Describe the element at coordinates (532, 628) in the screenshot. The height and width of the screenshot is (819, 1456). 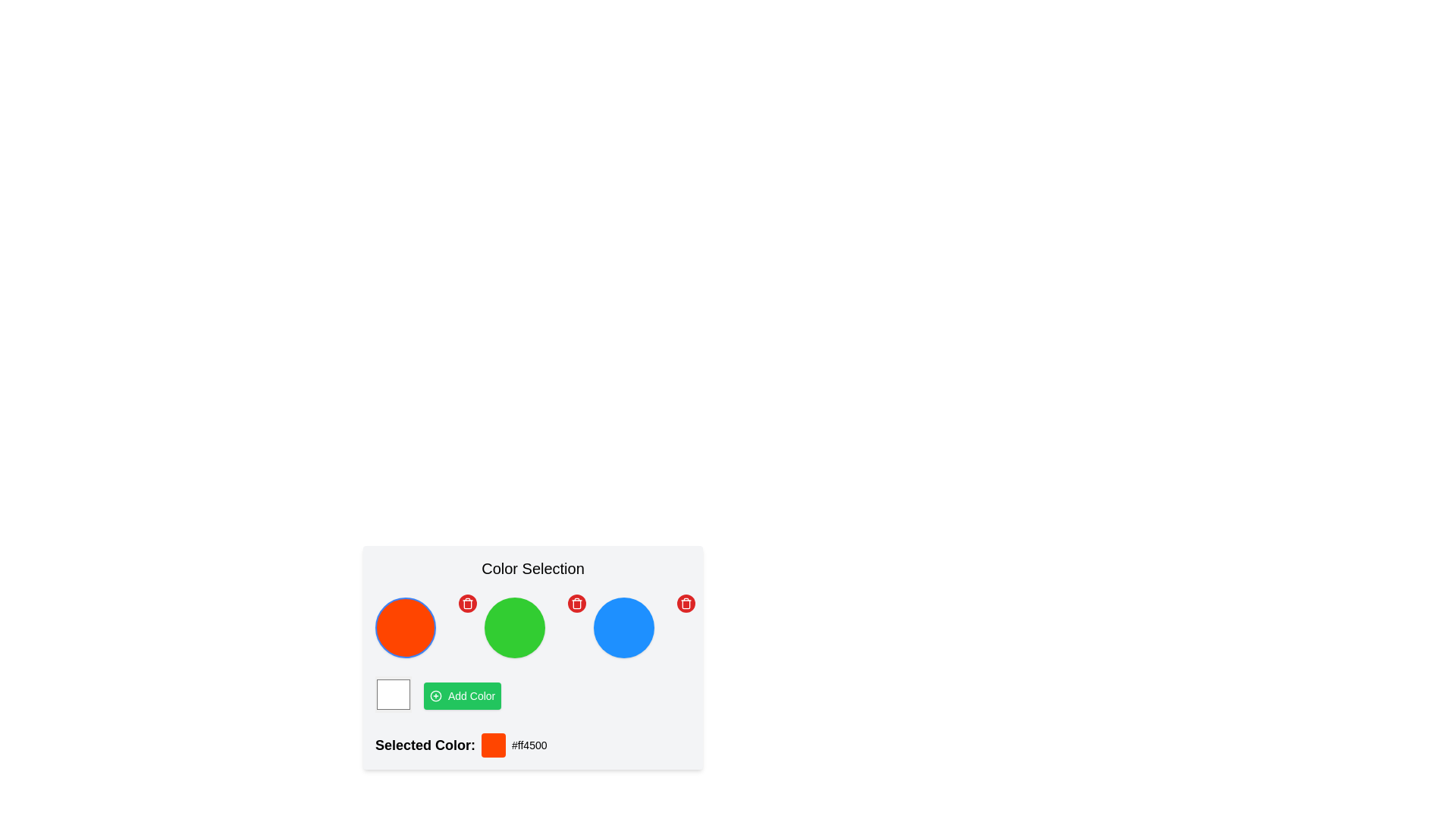
I see `the green color selection button located between the red and blue circular buttons` at that location.